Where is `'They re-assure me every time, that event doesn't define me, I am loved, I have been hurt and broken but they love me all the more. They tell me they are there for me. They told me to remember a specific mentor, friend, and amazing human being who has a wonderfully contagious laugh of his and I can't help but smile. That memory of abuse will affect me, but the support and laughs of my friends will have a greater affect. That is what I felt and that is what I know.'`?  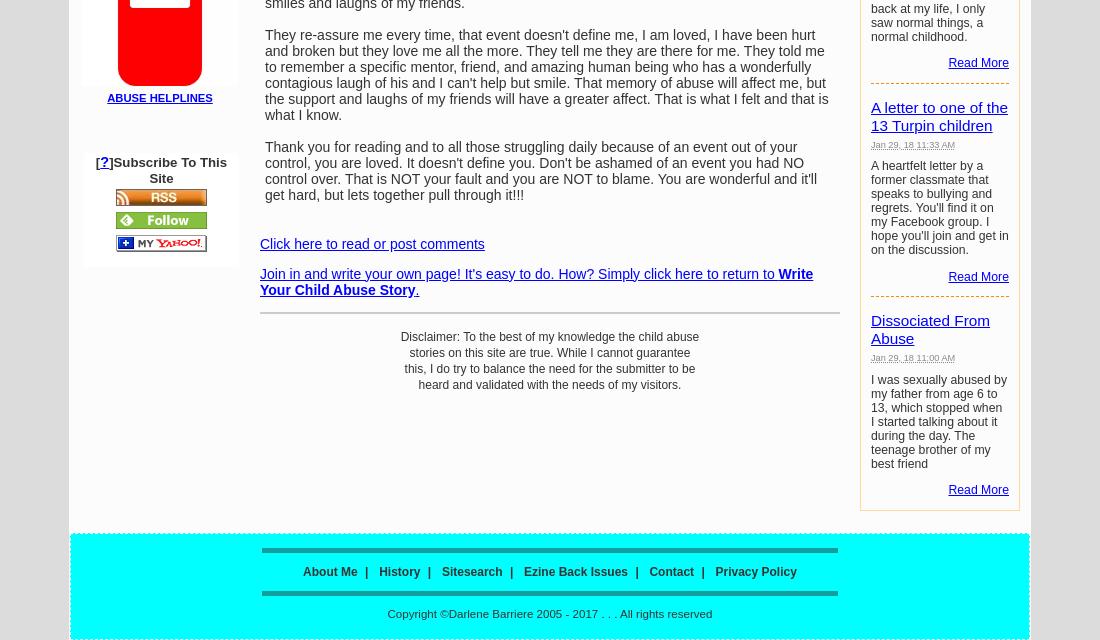
'They re-assure me every time, that event doesn't define me, I am loved, I have been hurt and broken but they love me all the more. They tell me they are there for me. They told me to remember a specific mentor, friend, and amazing human being who has a wonderfully contagious laugh of his and I can't help but smile. That memory of abuse will affect me, but the support and laughs of my friends will have a greater affect. That is what I felt and that is what I know.' is located at coordinates (546, 73).